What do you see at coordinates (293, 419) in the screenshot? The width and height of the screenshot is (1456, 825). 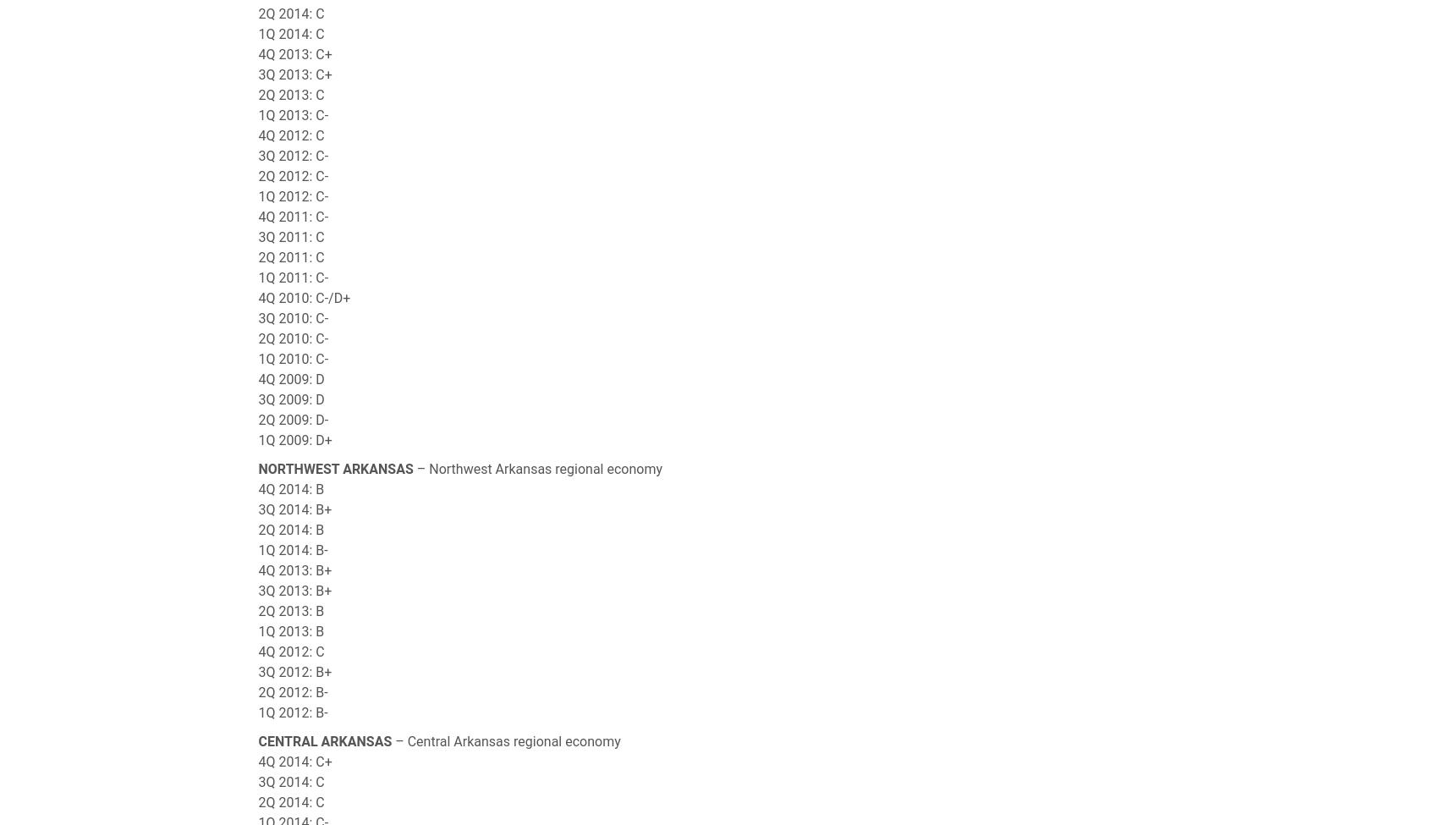 I see `'2Q 2009: D-'` at bounding box center [293, 419].